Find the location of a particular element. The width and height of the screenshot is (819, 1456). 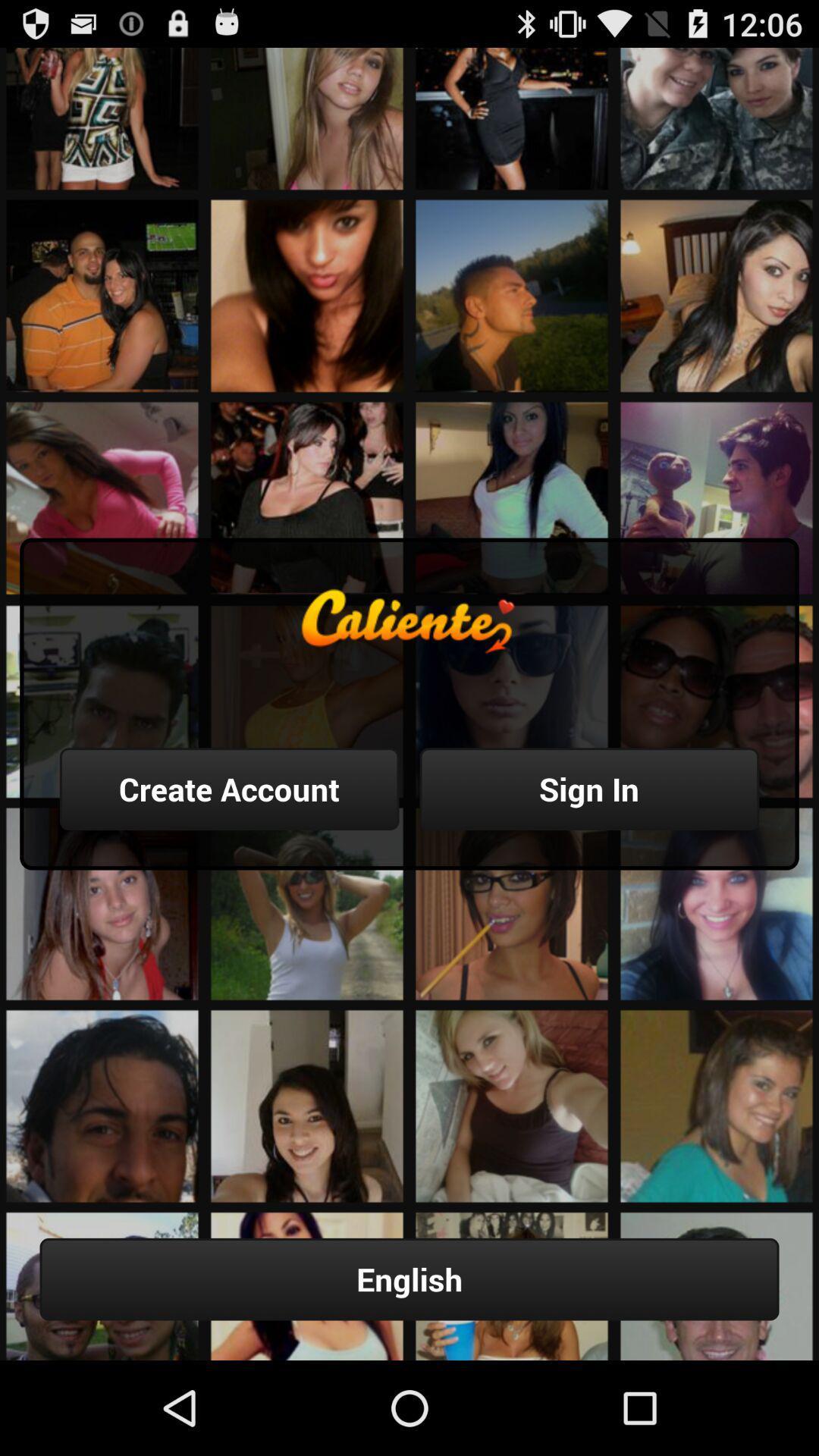

the button next to create account item is located at coordinates (588, 789).